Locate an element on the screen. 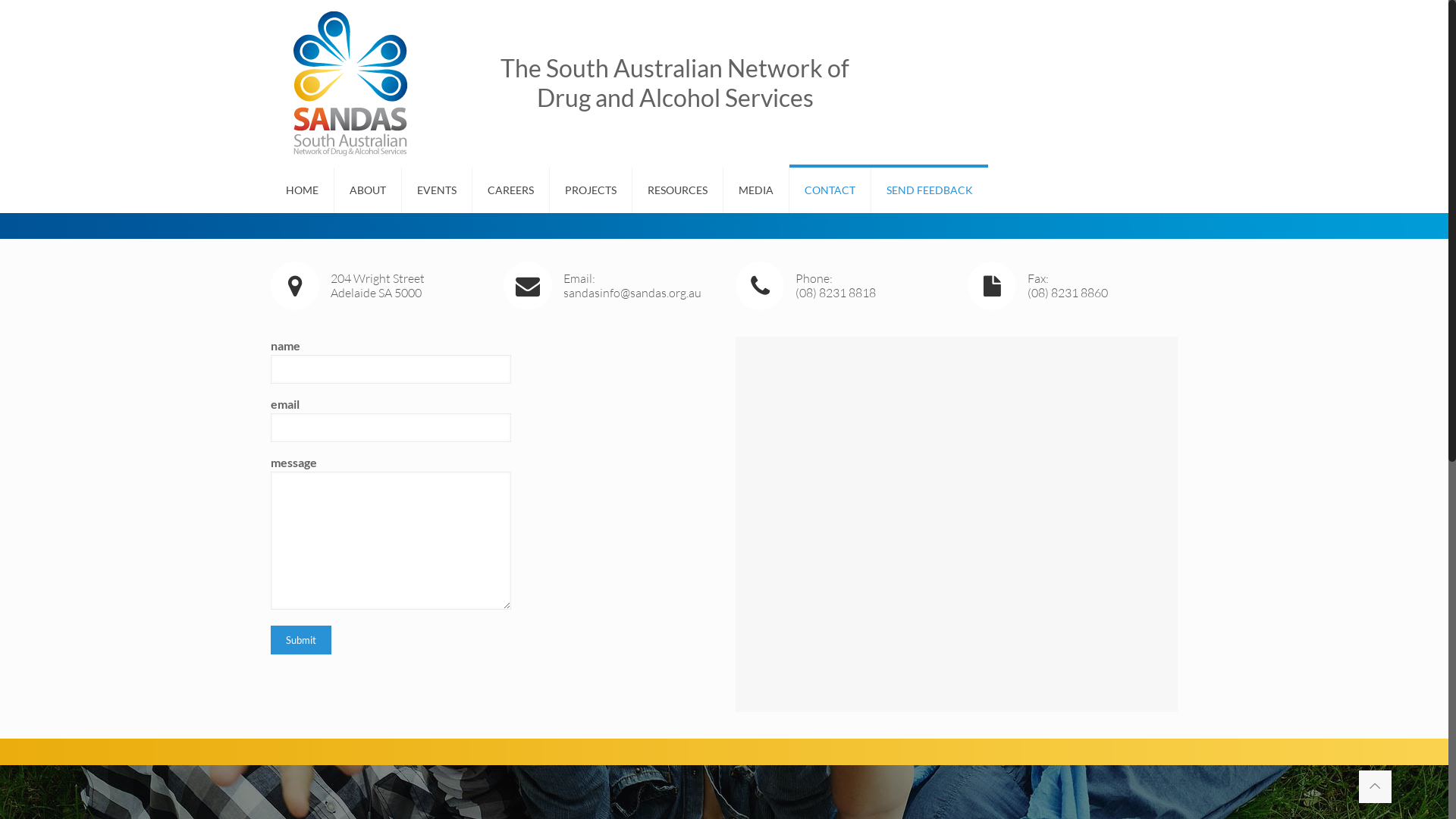 This screenshot has width=1456, height=819. 'EVENTS' is located at coordinates (436, 189).